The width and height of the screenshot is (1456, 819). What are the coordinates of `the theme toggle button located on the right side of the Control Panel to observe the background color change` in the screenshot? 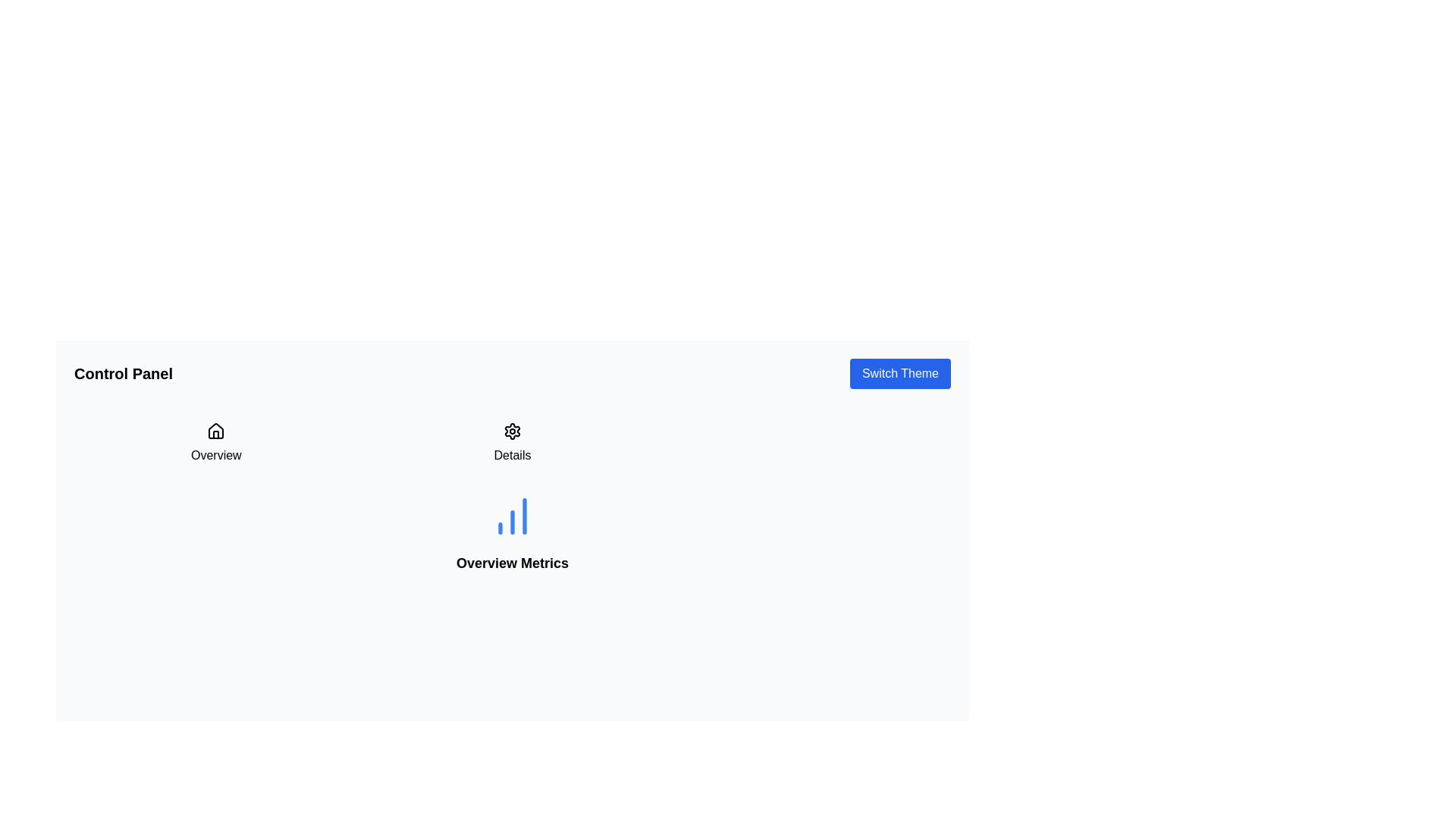 It's located at (900, 374).